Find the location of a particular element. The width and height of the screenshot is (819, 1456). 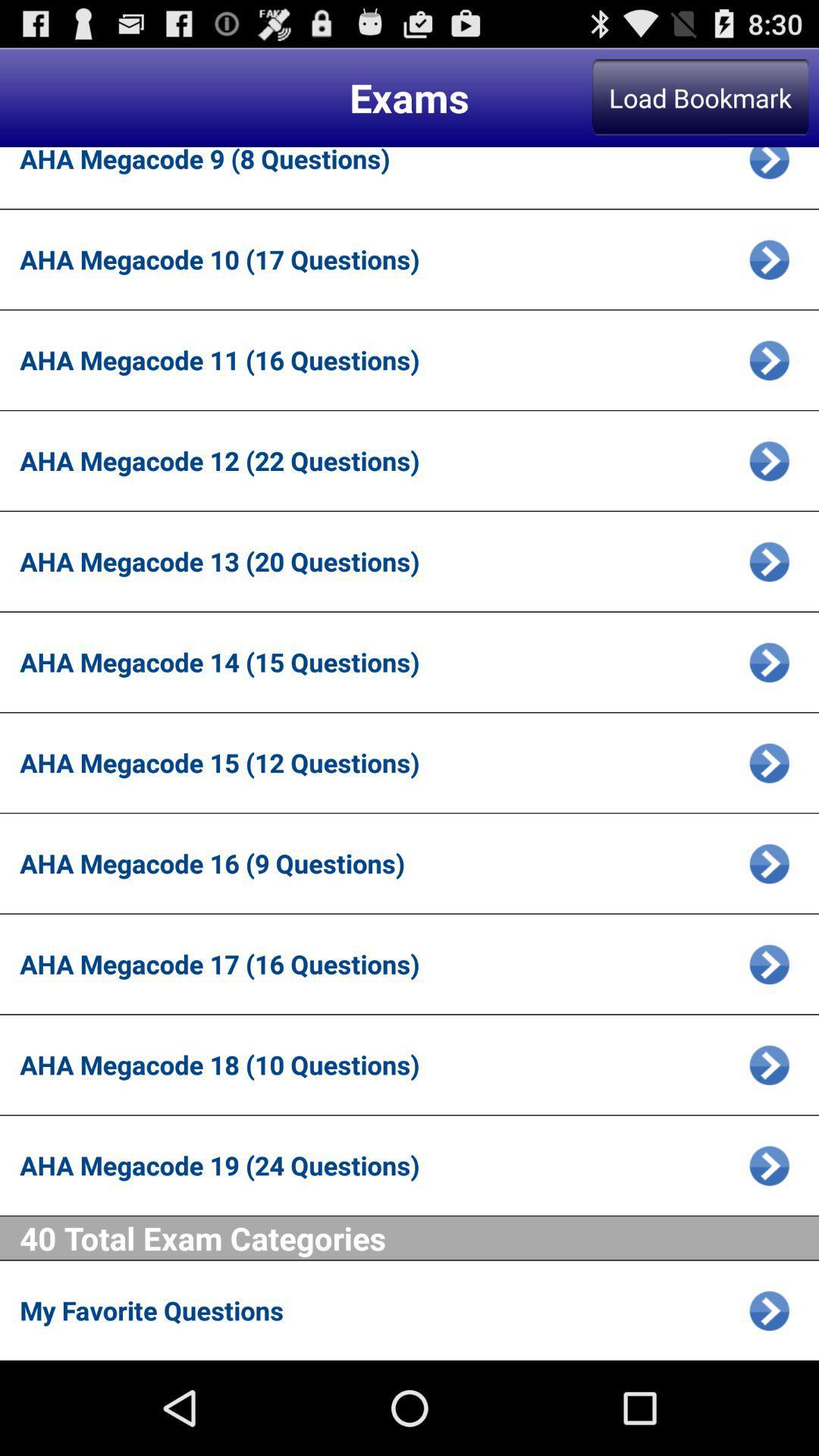

the 40 total exam icon is located at coordinates (419, 1238).